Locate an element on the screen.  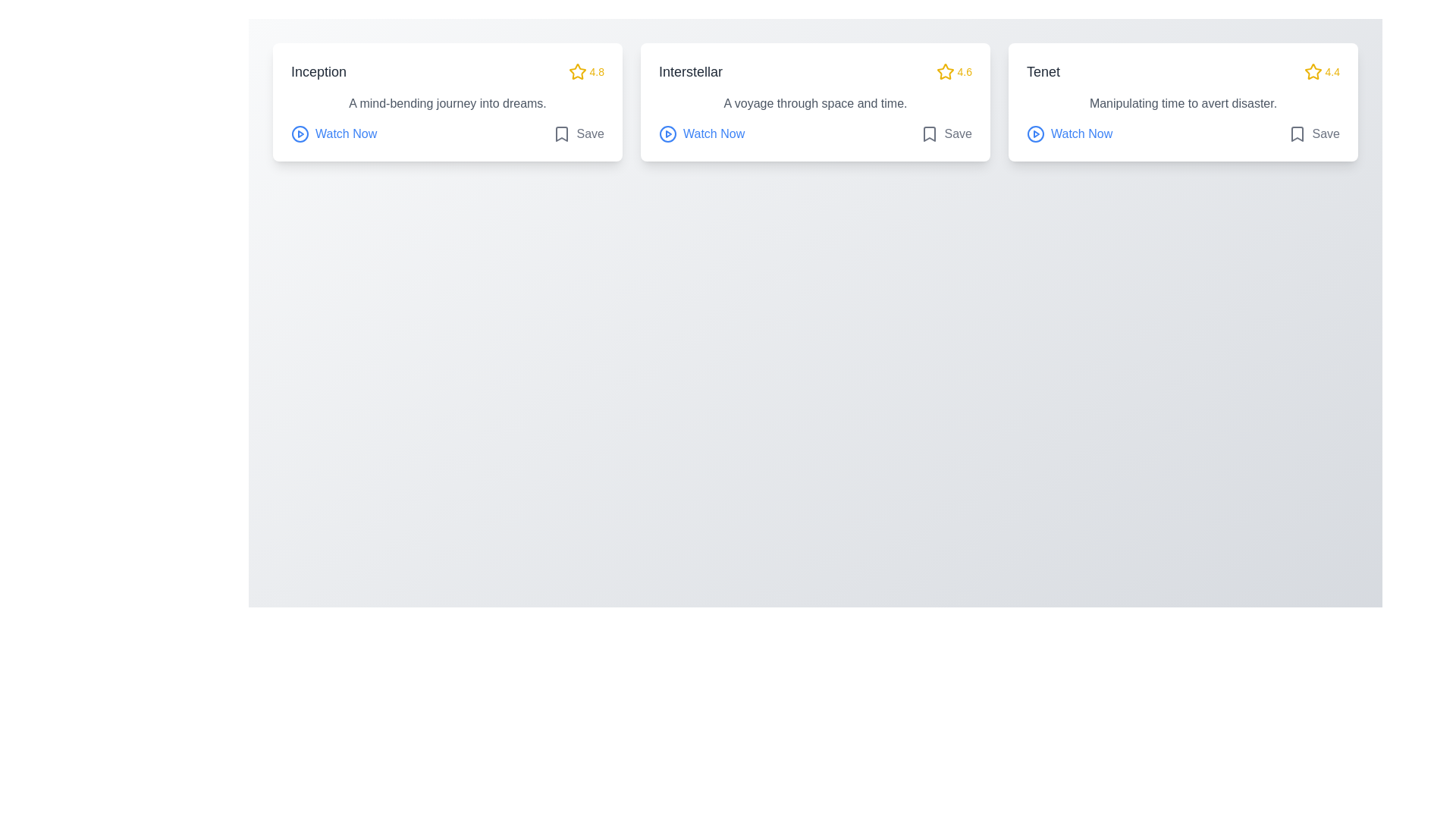
the 'Save' icon located on the left side of the 'Save' text within the third card of the movie 'Tenet' is located at coordinates (1296, 133).